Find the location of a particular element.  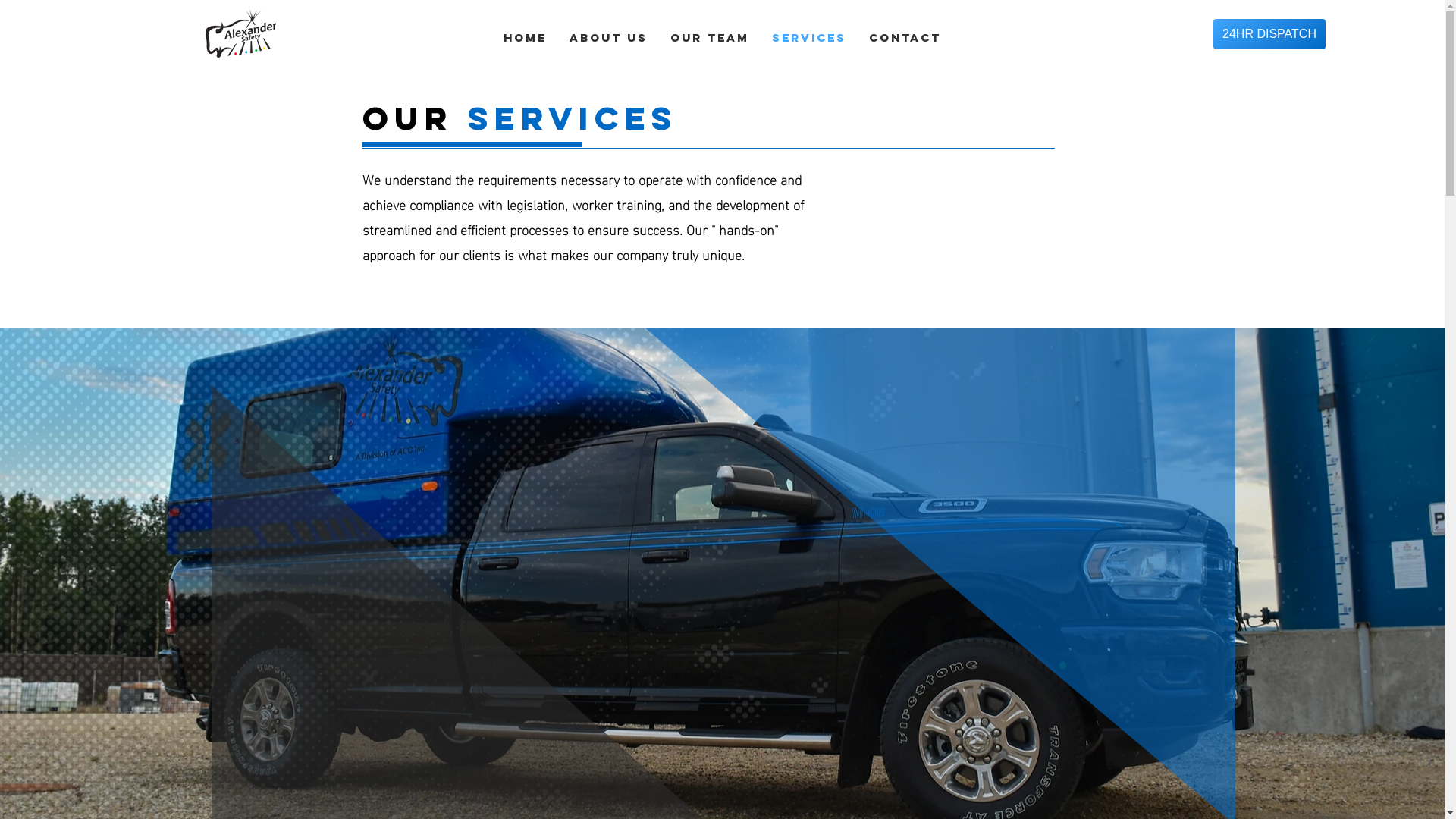

'ABOUT US' is located at coordinates (608, 37).